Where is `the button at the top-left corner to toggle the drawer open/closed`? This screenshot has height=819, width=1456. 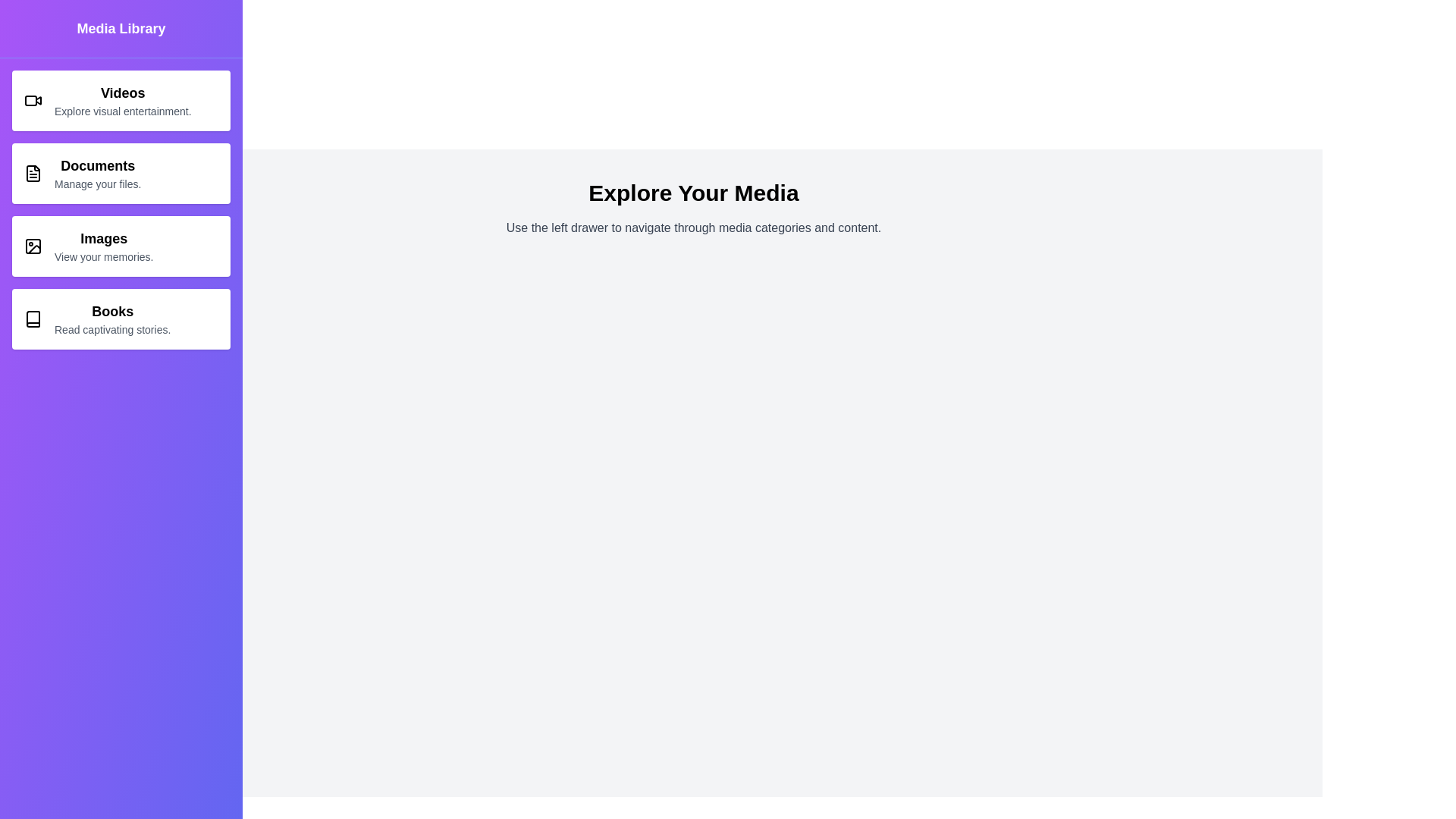 the button at the top-left corner to toggle the drawer open/closed is located at coordinates (33, 33).